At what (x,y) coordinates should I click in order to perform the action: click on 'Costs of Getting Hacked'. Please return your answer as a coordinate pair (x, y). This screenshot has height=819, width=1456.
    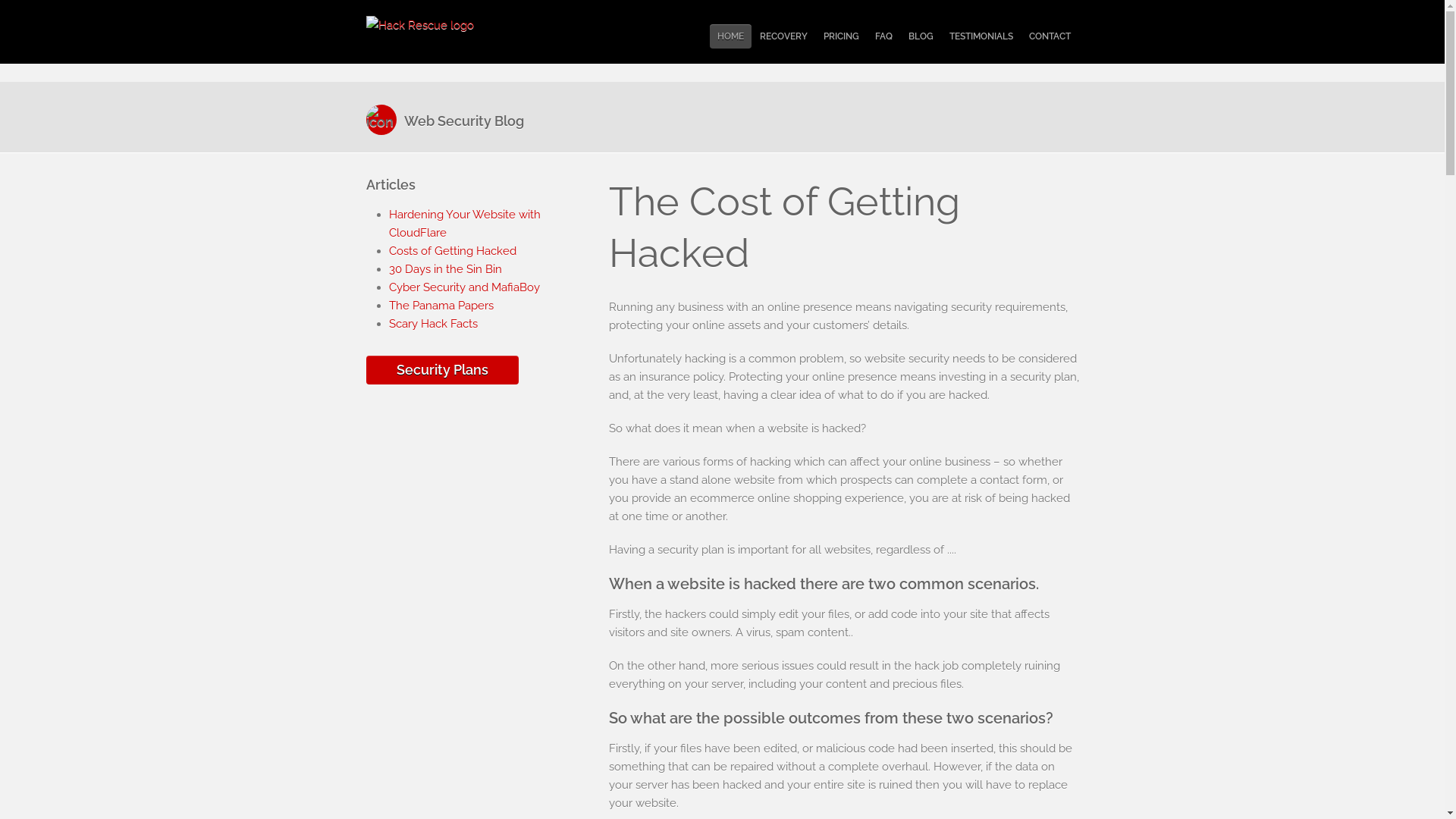
    Looking at the image, I should click on (450, 250).